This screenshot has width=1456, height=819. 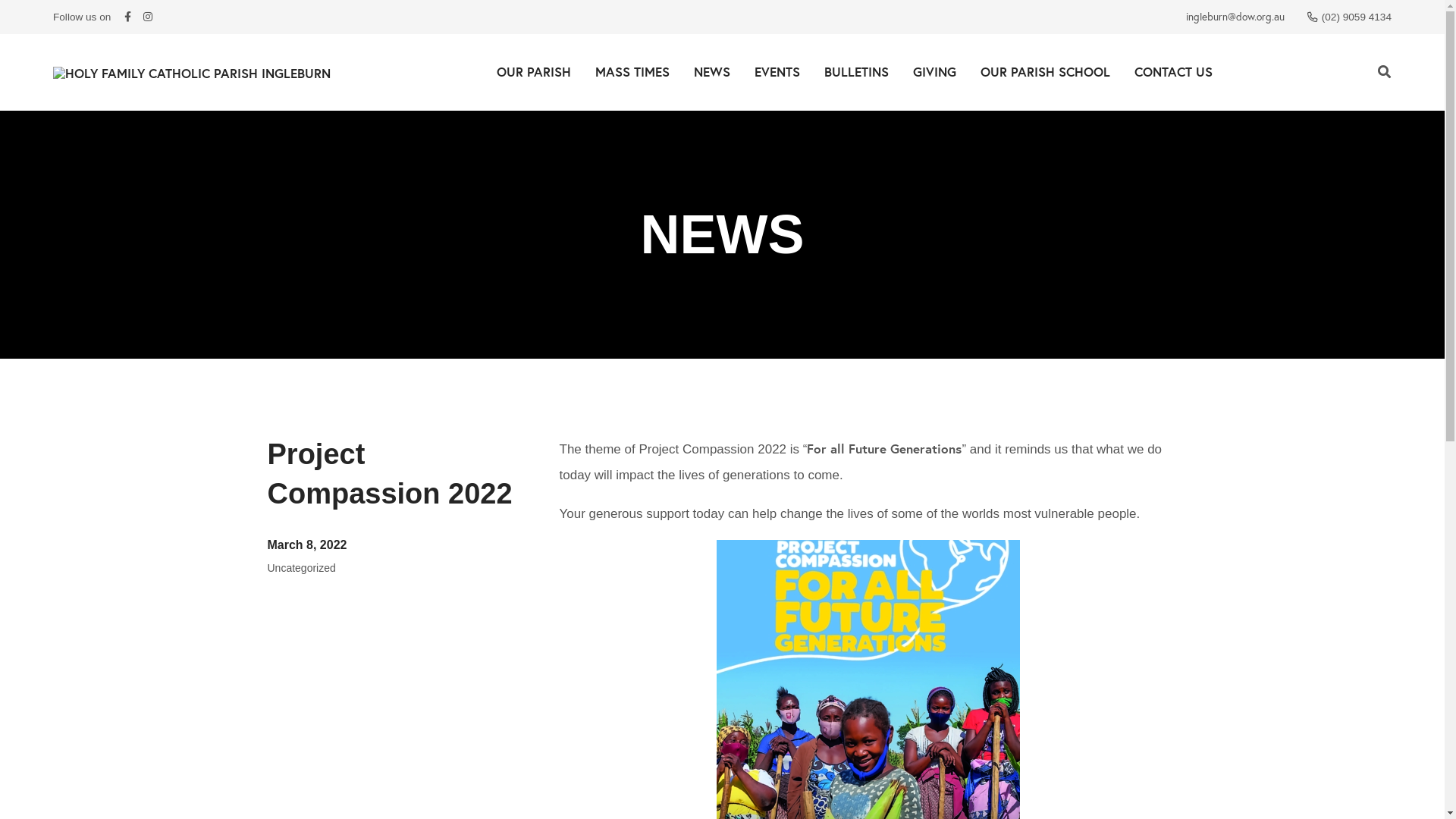 I want to click on 'EVENTS', so click(x=776, y=71).